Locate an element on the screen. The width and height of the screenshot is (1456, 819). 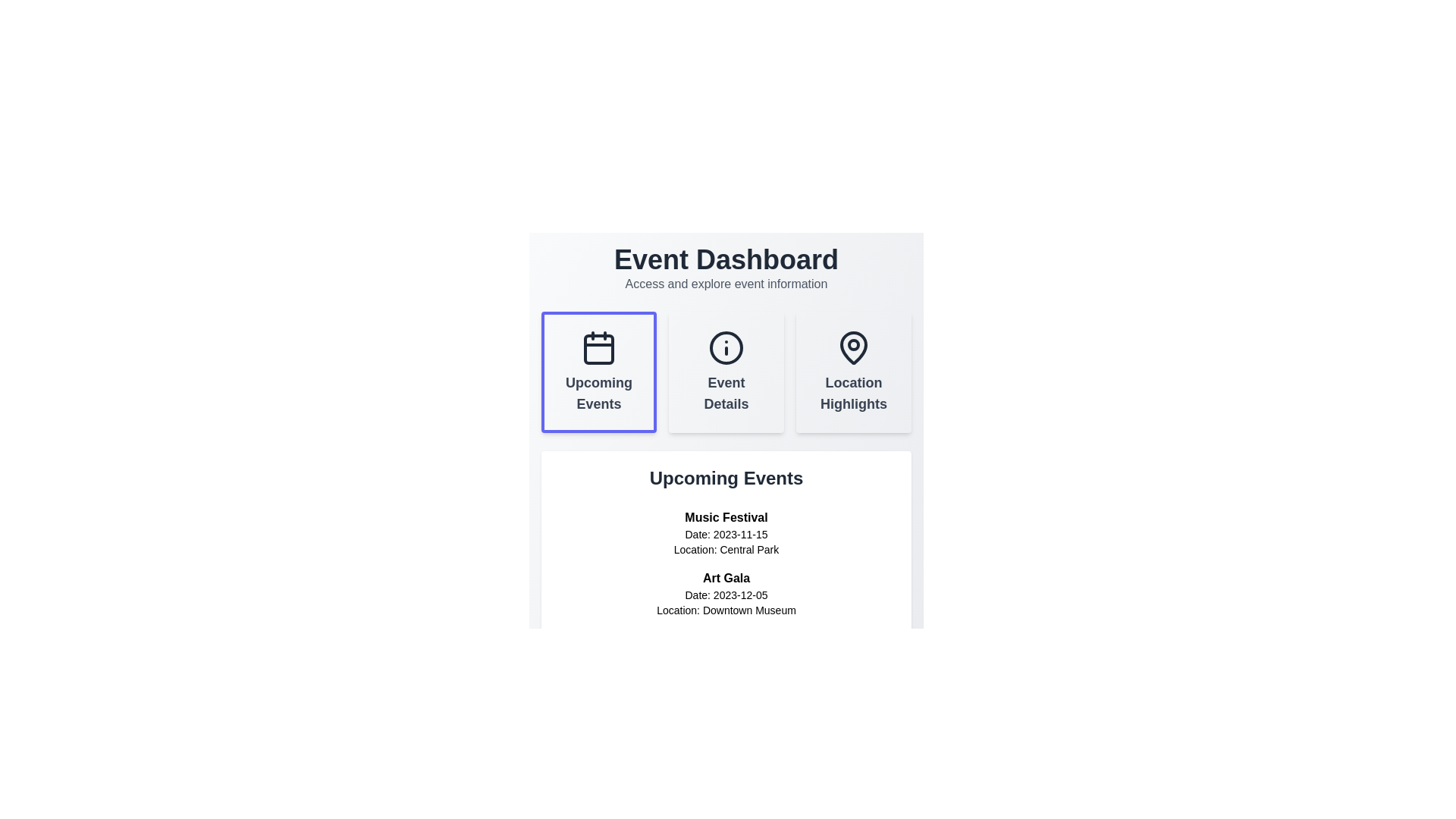
the icon indicating upcoming events, located in the top-left quadrant above the text 'Upcoming Events' is located at coordinates (598, 348).